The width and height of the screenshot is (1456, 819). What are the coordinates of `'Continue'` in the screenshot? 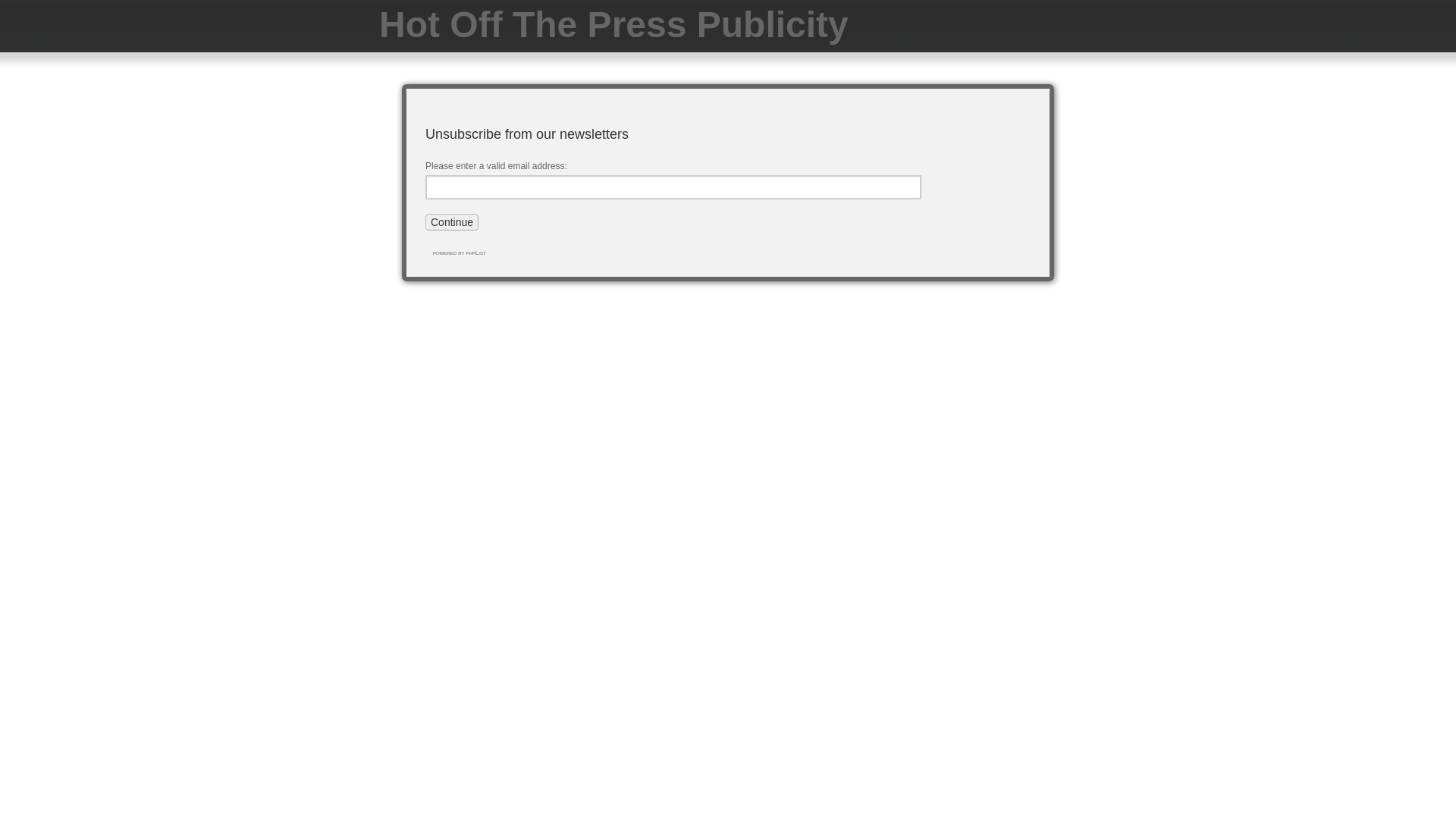 It's located at (450, 222).